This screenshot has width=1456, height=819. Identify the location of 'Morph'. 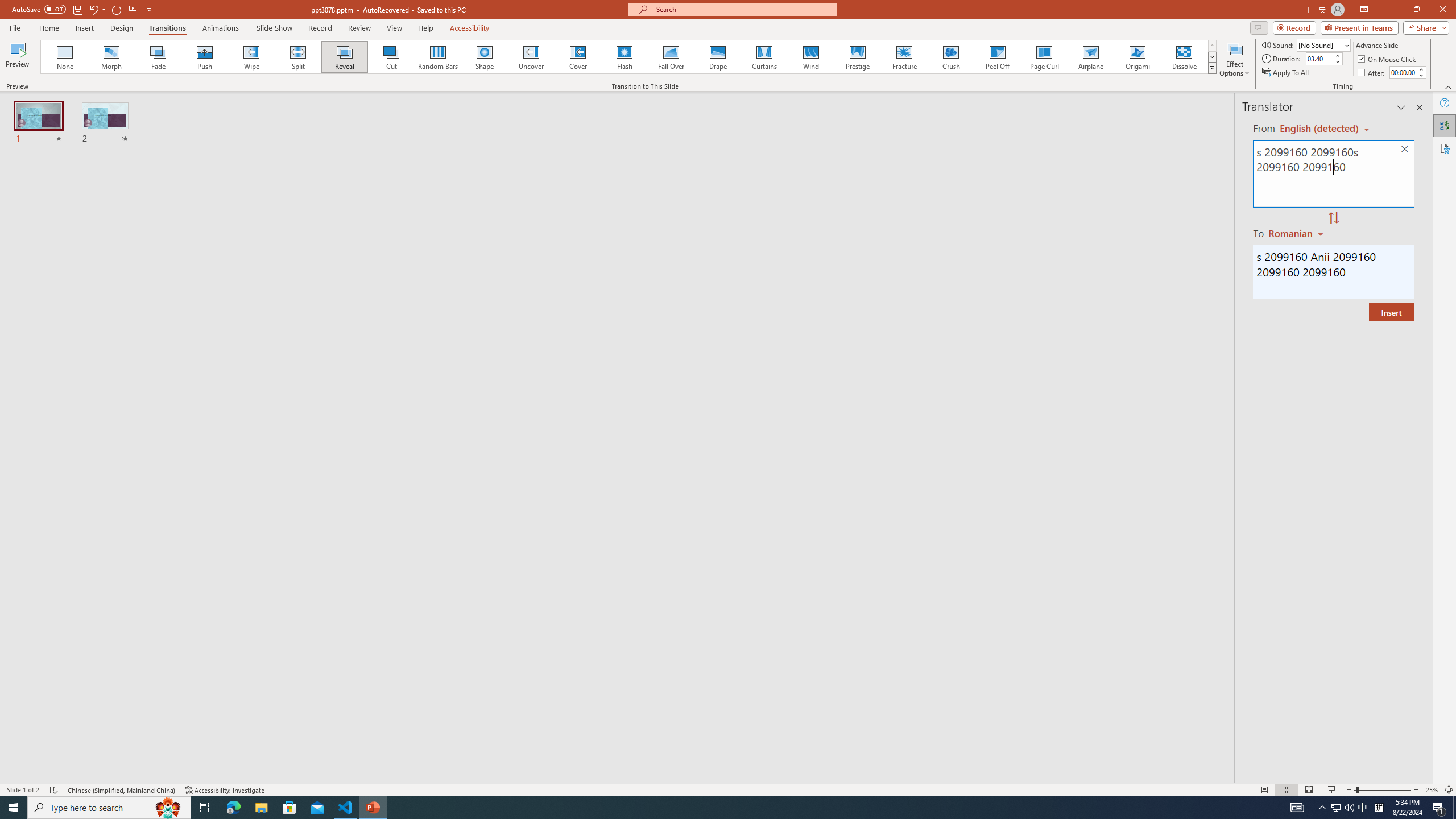
(111, 56).